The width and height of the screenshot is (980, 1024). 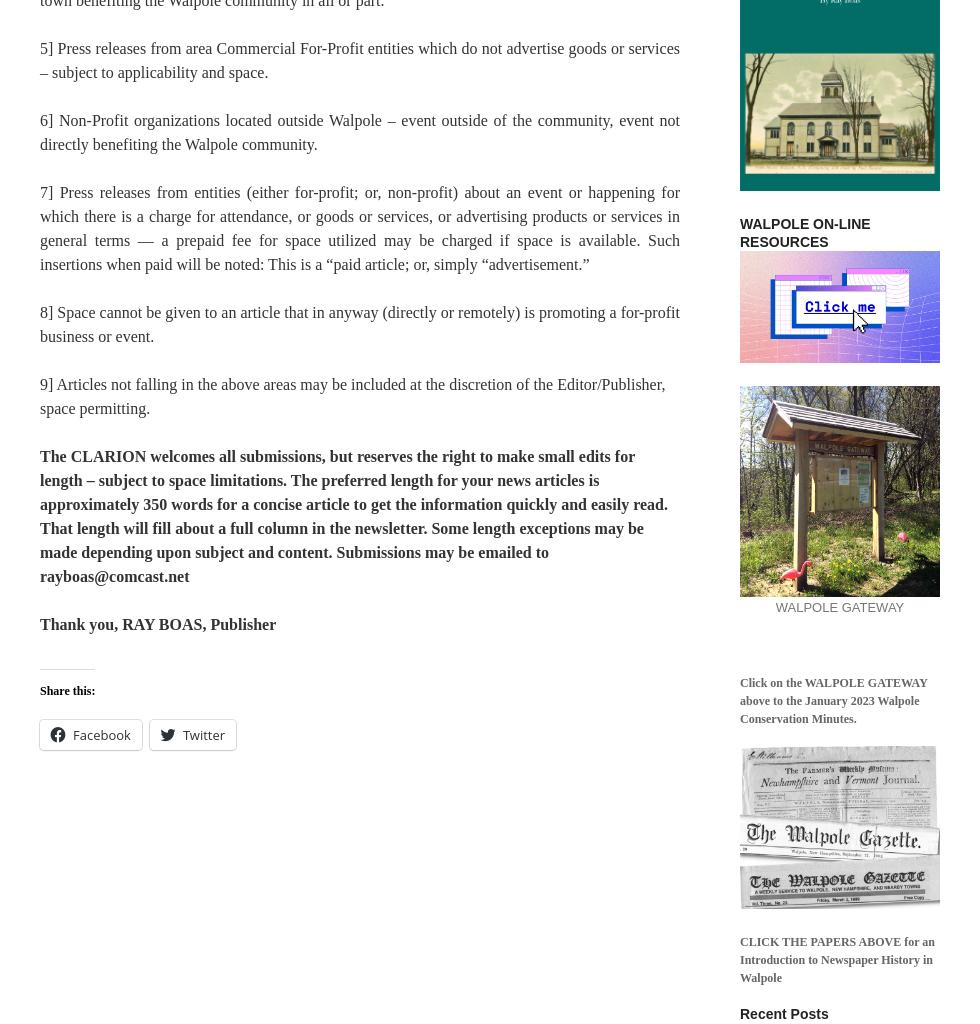 I want to click on 'Share this:', so click(x=39, y=690).